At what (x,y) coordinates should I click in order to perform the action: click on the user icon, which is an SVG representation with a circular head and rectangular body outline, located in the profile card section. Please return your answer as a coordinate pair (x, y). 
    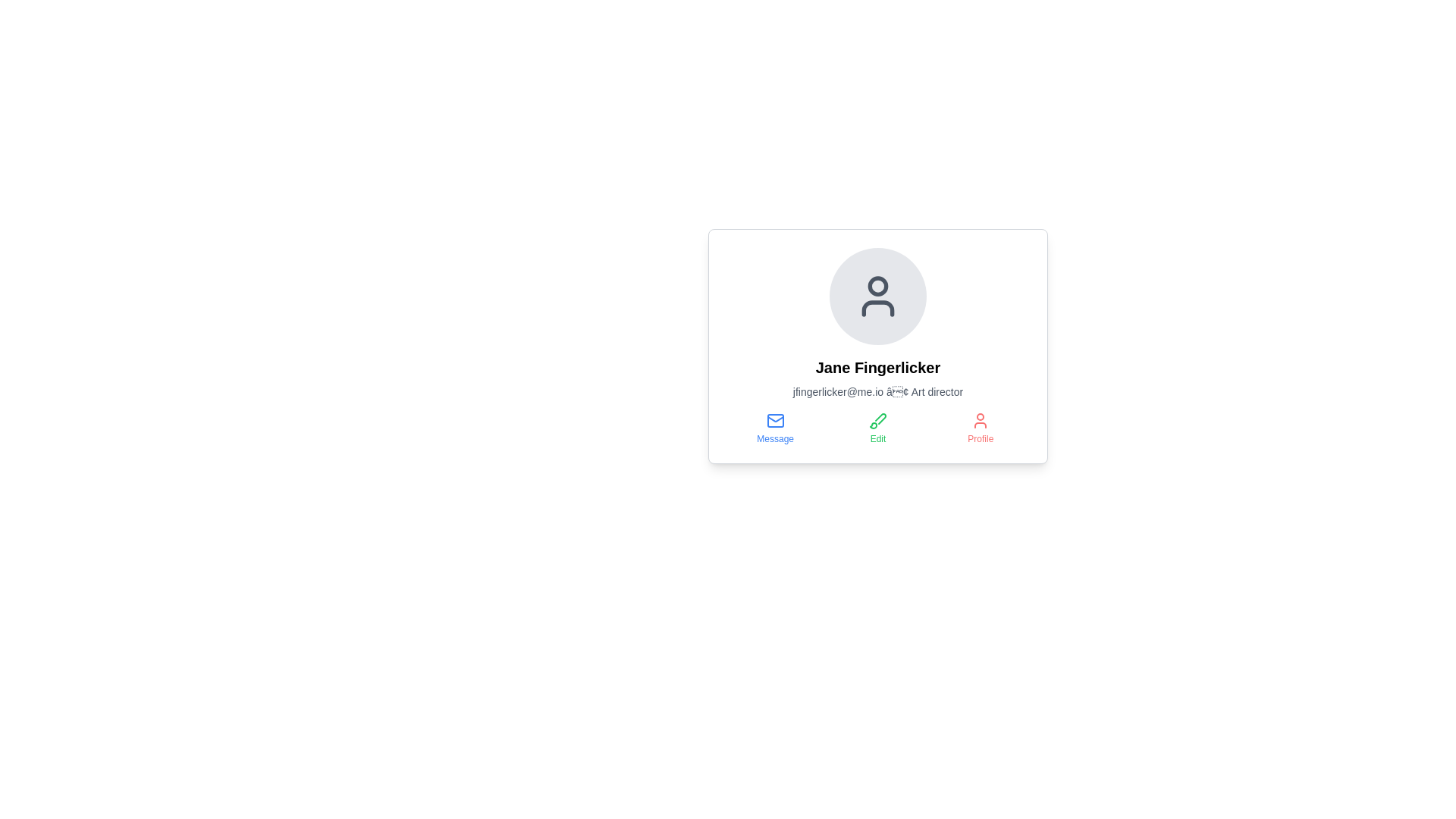
    Looking at the image, I should click on (877, 296).